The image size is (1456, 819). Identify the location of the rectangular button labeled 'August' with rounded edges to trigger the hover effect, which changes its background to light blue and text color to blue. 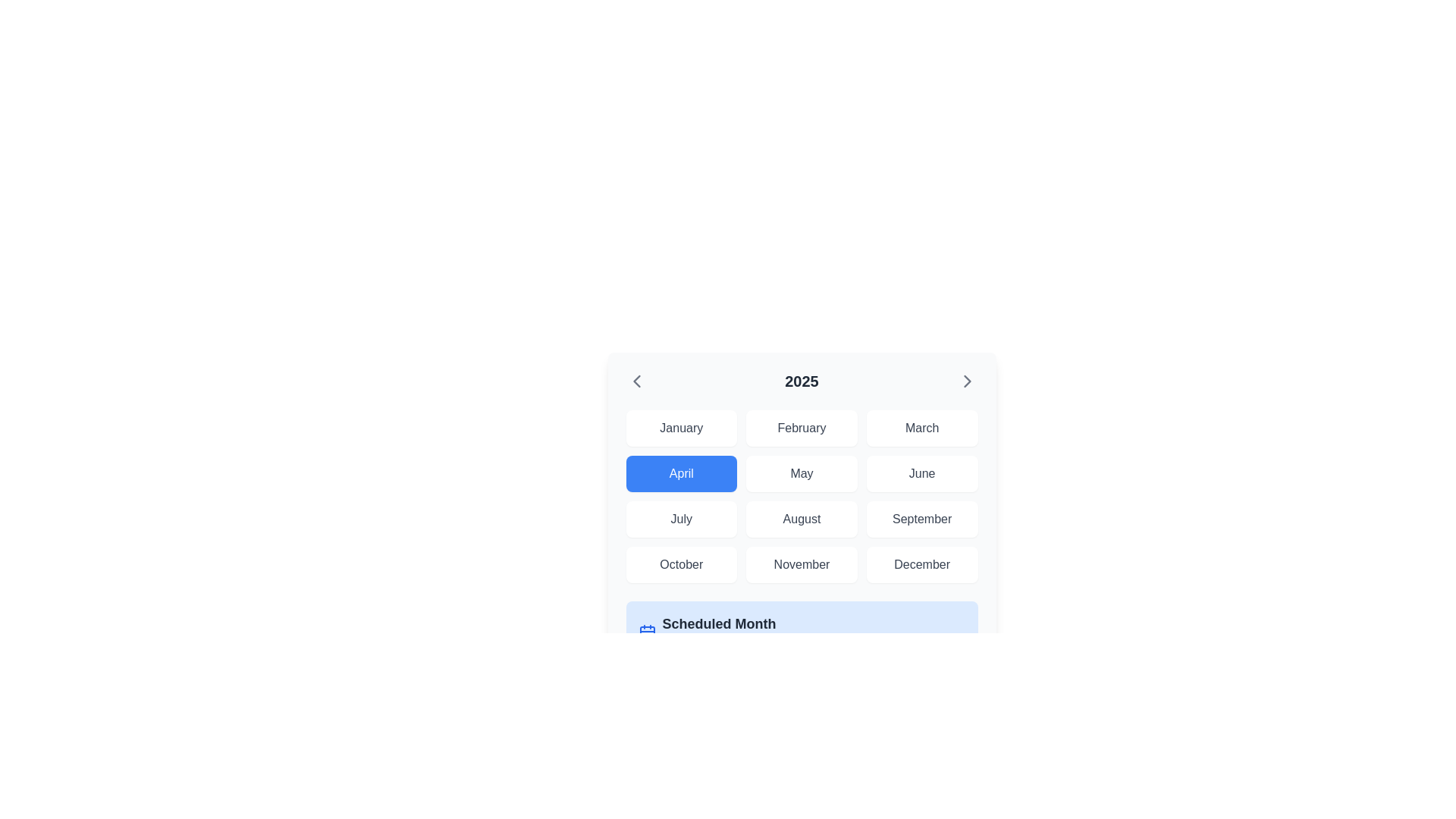
(801, 519).